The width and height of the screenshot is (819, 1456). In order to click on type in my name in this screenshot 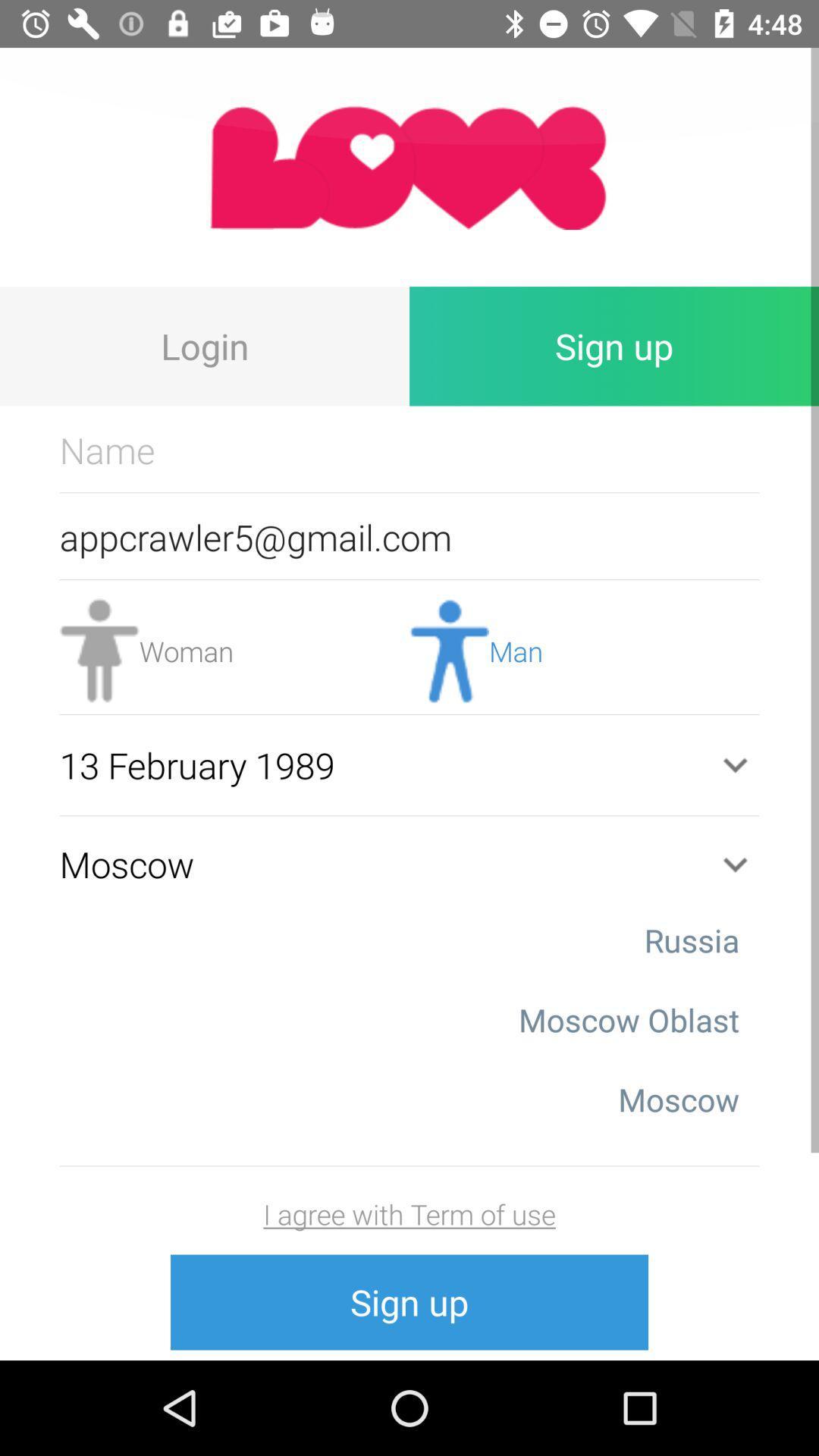, I will do `click(409, 449)`.